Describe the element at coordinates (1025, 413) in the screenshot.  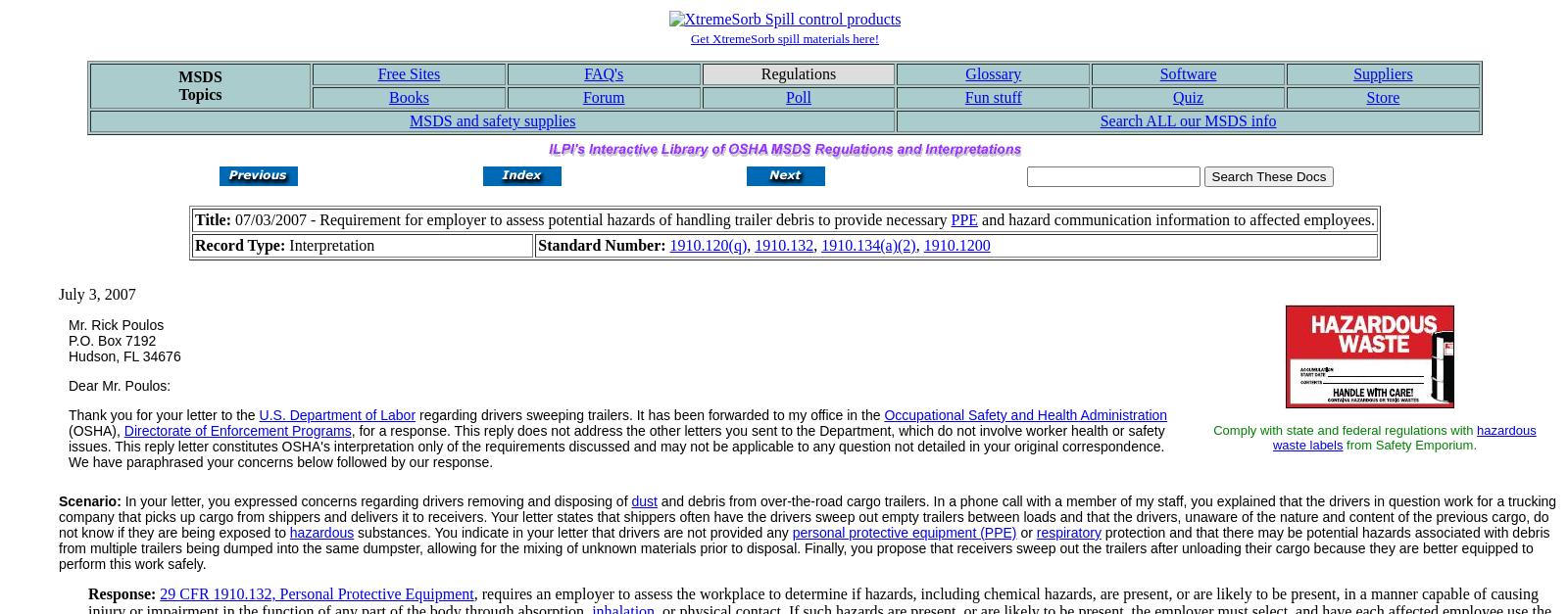
I see `'Occupational Safety and Health Administration'` at that location.